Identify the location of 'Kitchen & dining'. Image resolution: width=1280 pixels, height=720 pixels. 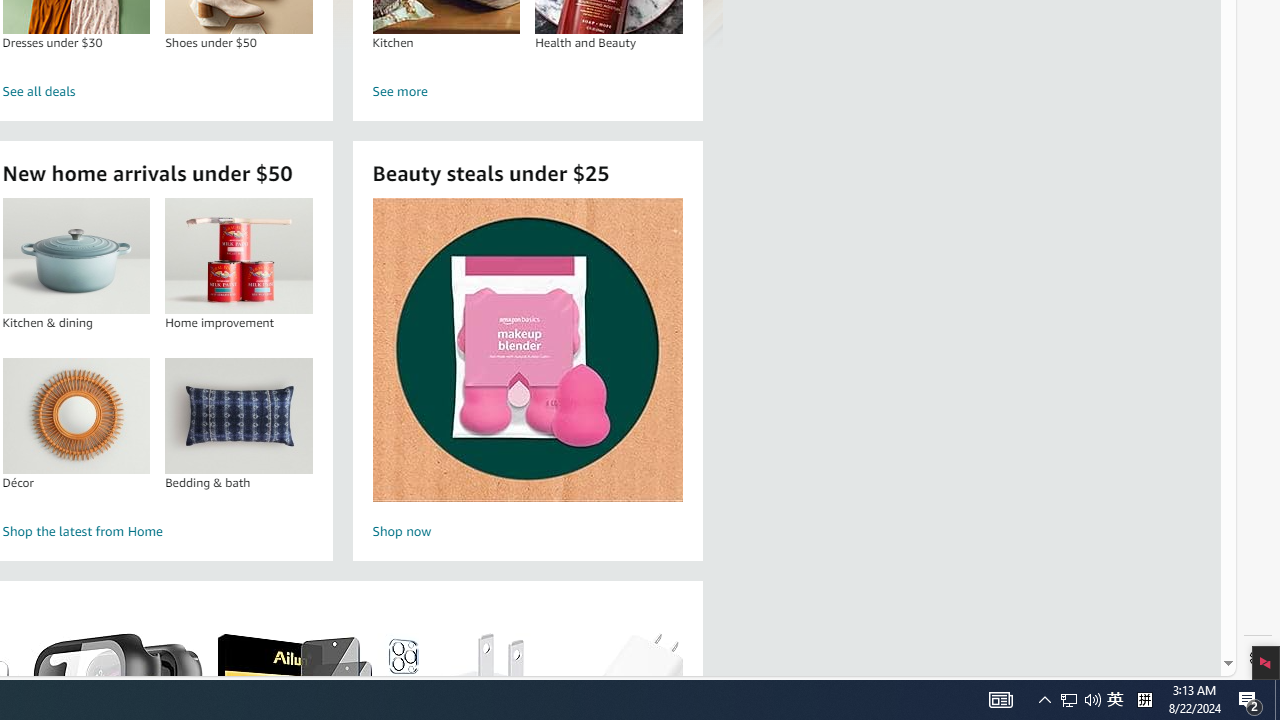
(76, 255).